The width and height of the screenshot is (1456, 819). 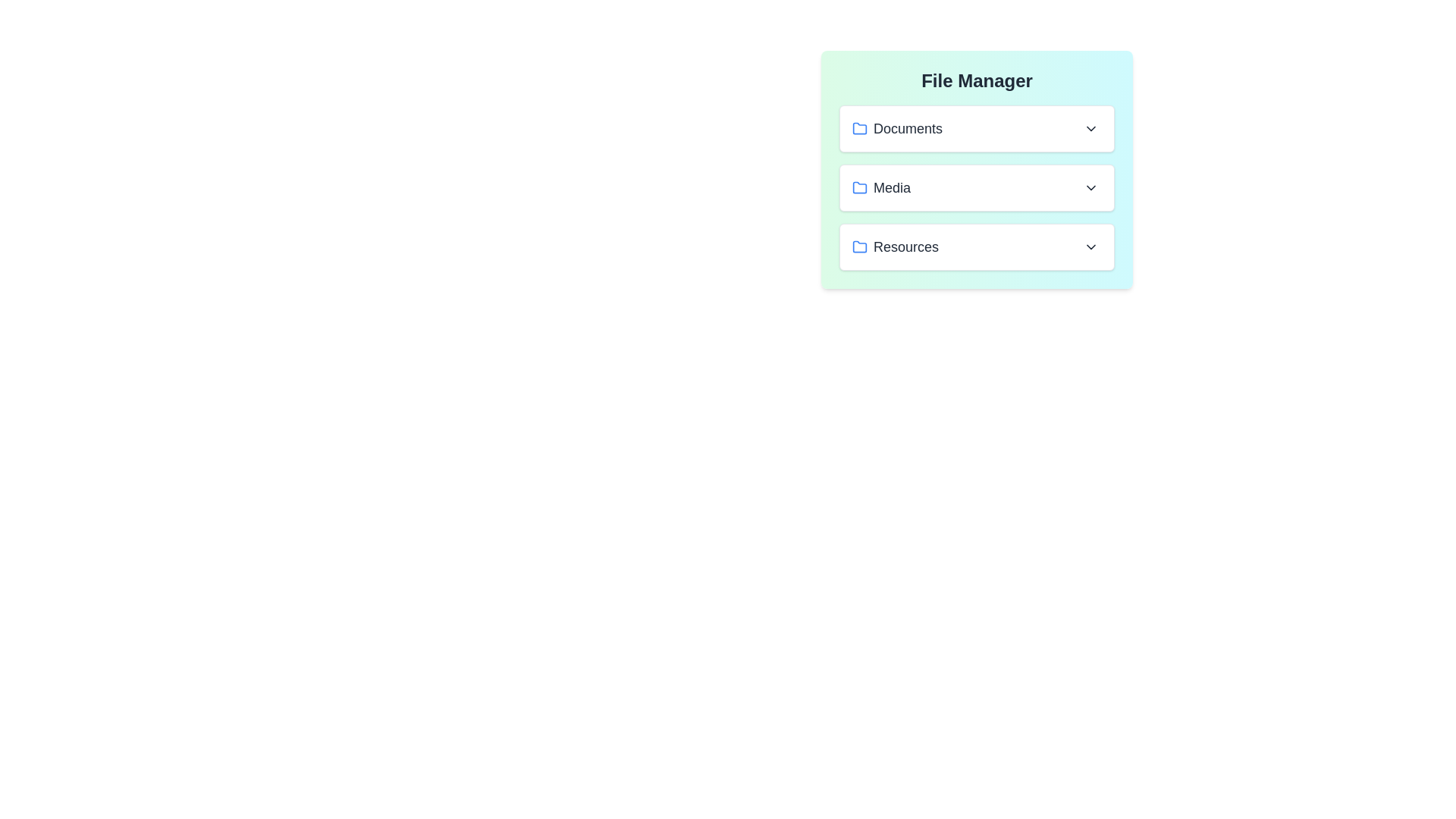 What do you see at coordinates (977, 187) in the screenshot?
I see `the file Resume.pdf from the folder Media` at bounding box center [977, 187].